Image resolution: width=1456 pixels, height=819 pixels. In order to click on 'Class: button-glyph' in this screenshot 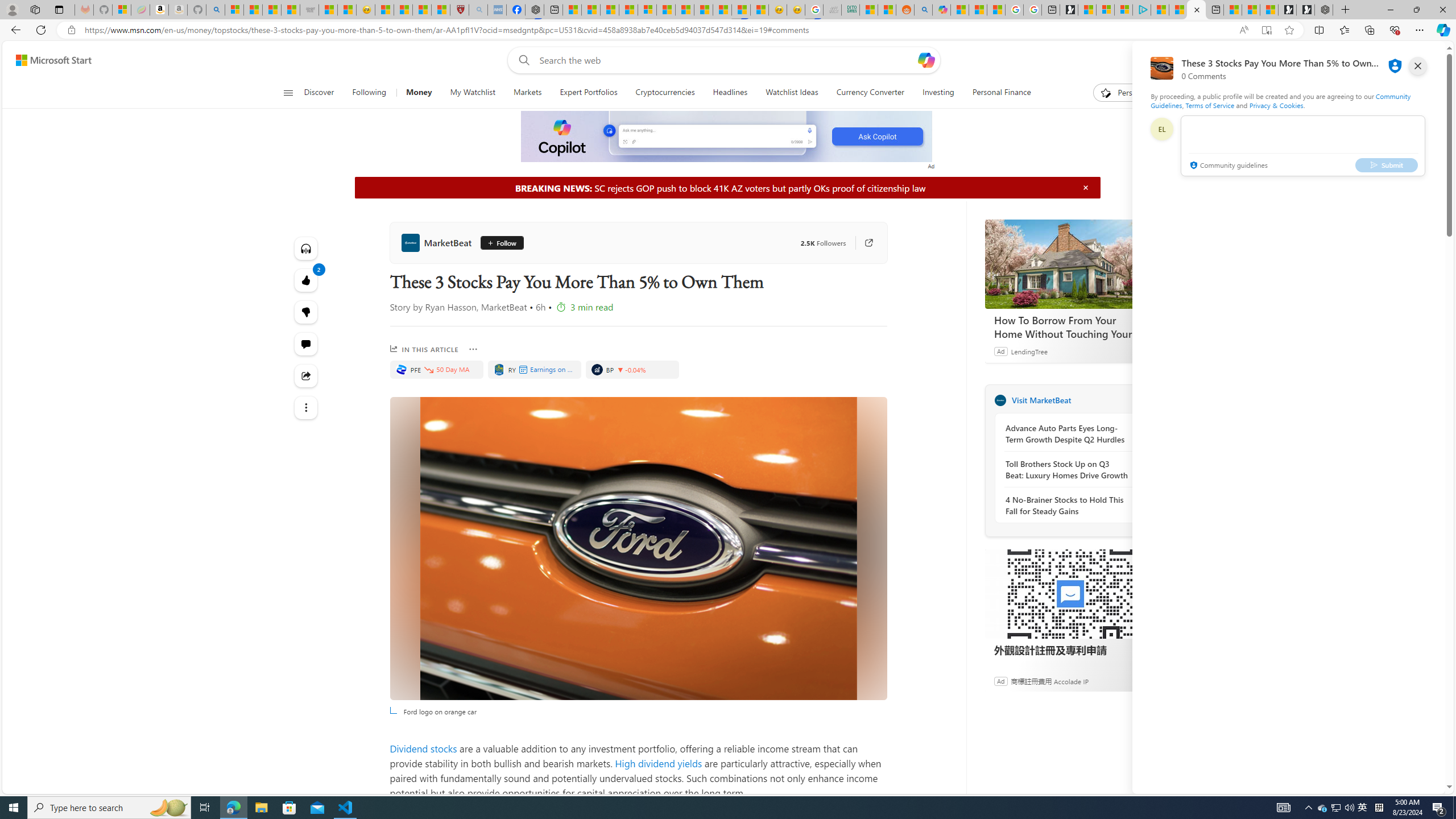, I will do `click(287, 92)`.